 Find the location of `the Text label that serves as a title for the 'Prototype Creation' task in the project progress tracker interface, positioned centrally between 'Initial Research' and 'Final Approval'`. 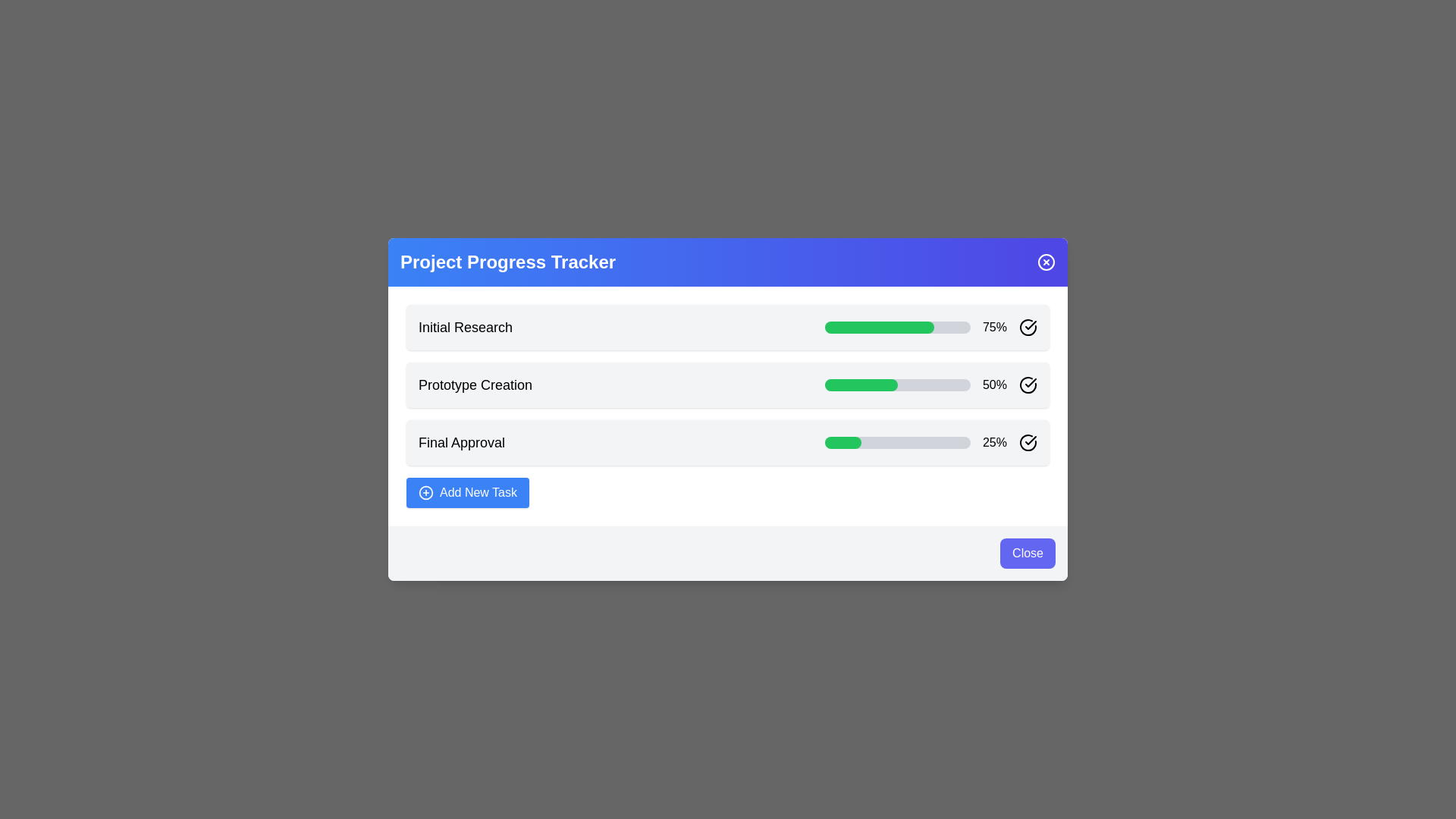

the Text label that serves as a title for the 'Prototype Creation' task in the project progress tracker interface, positioned centrally between 'Initial Research' and 'Final Approval' is located at coordinates (475, 384).